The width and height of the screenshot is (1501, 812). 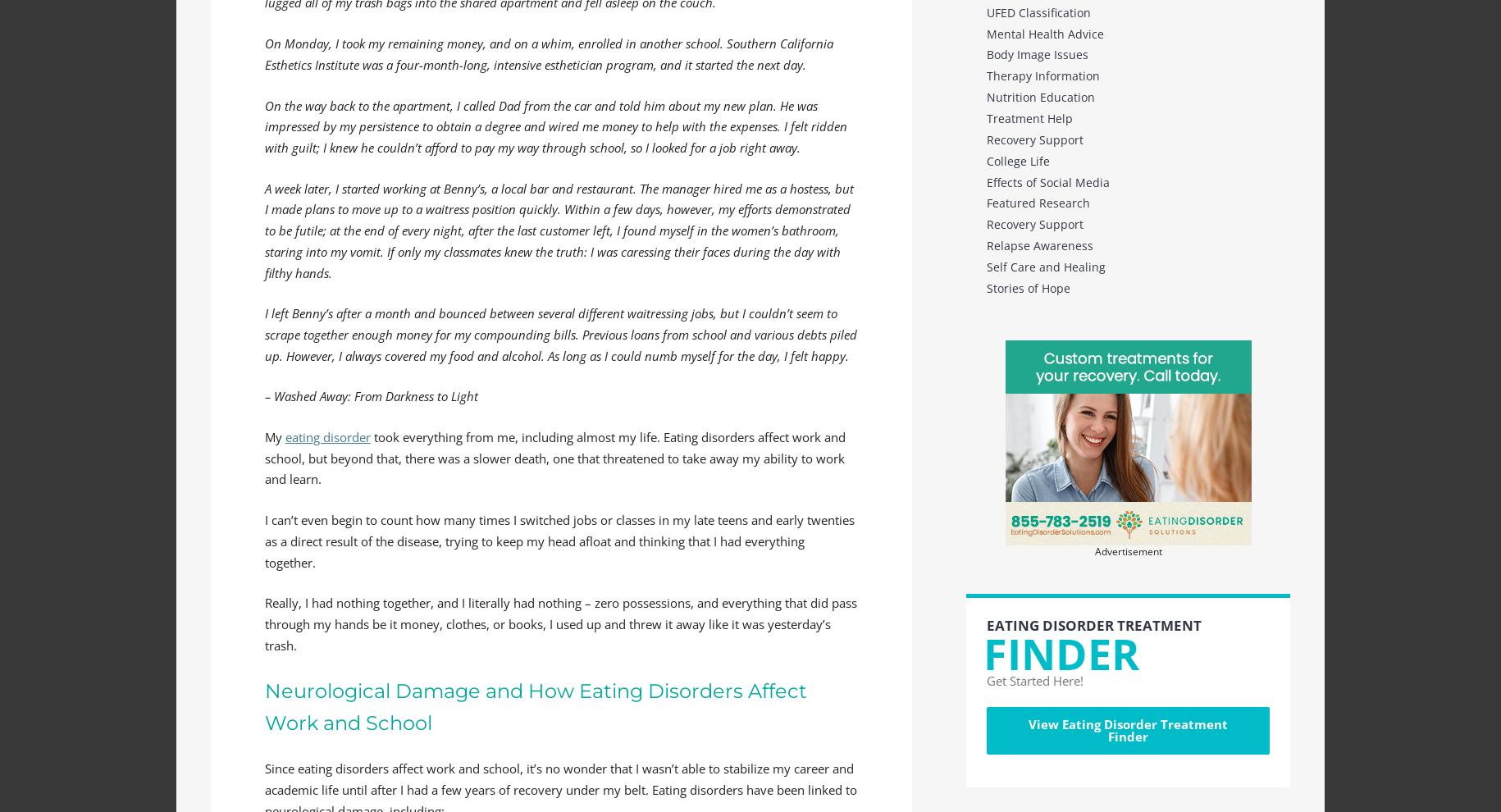 What do you see at coordinates (1038, 54) in the screenshot?
I see `'Body Image Issues'` at bounding box center [1038, 54].